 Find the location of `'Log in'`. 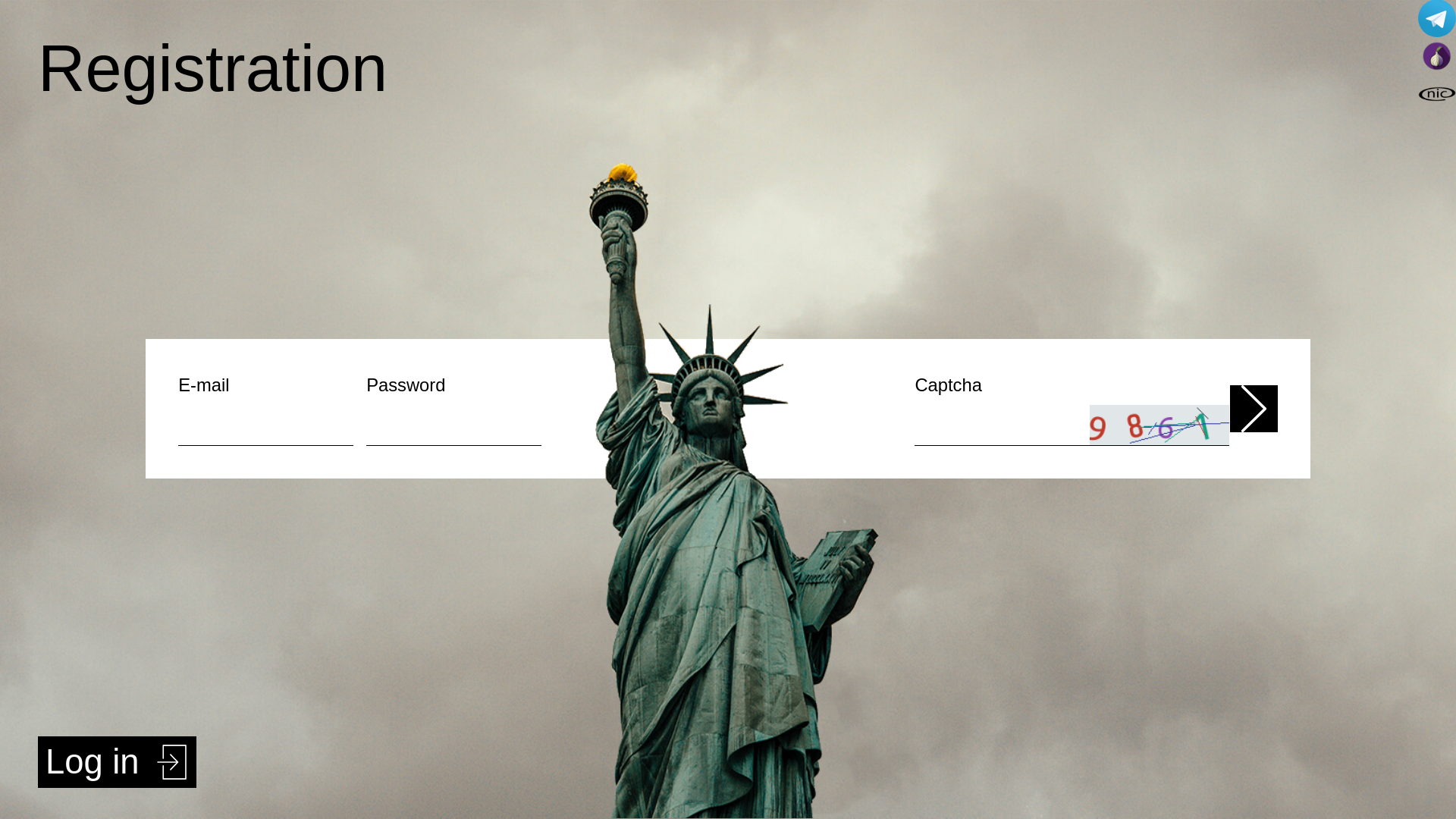

'Log in' is located at coordinates (116, 762).